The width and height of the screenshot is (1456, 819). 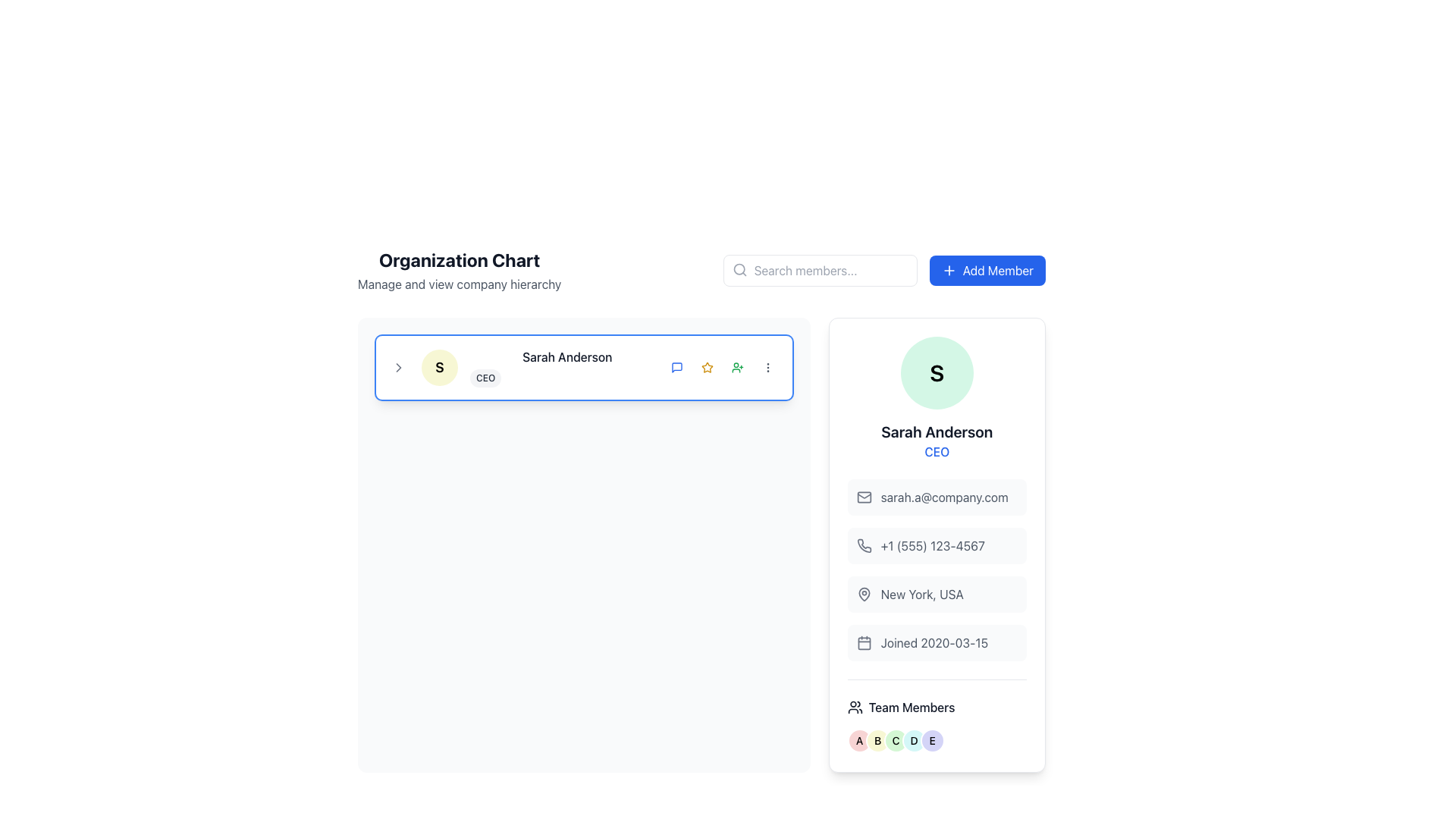 What do you see at coordinates (936, 432) in the screenshot?
I see `the text label displaying 'Sarah Anderson', which is` at bounding box center [936, 432].